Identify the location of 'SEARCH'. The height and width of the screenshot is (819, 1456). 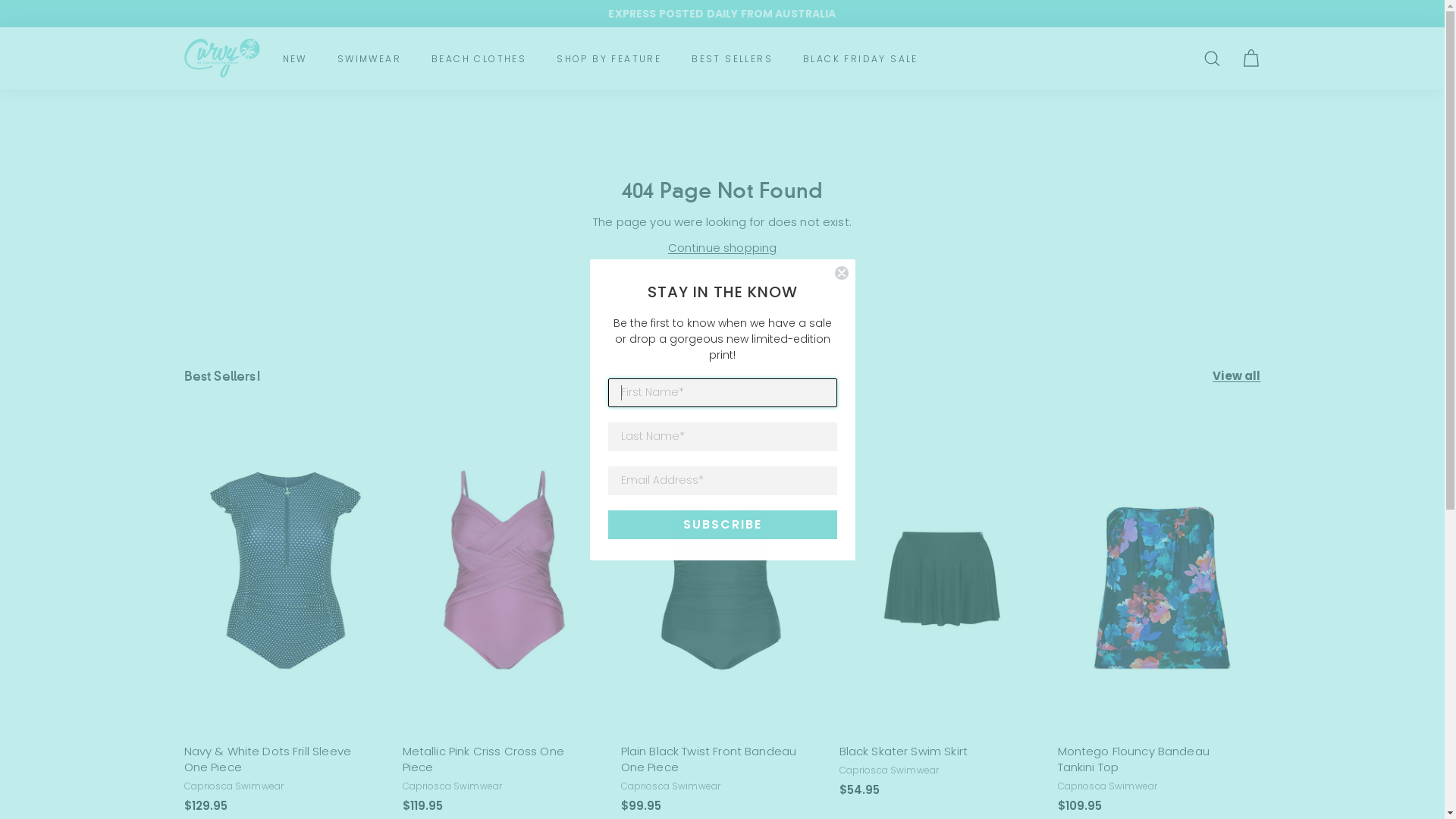
(1192, 58).